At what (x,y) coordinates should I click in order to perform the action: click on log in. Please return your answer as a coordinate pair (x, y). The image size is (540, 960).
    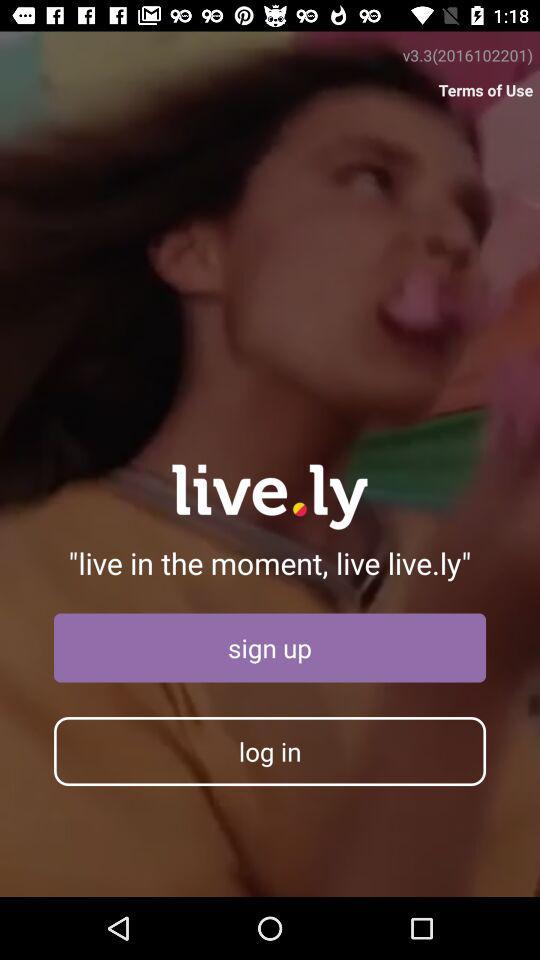
    Looking at the image, I should click on (270, 750).